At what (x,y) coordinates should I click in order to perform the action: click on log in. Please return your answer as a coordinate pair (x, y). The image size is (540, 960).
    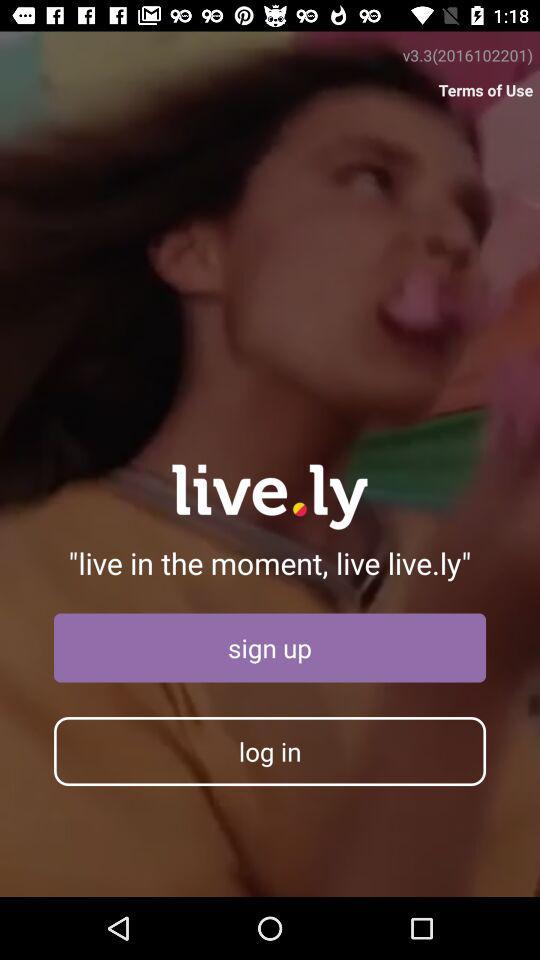
    Looking at the image, I should click on (270, 750).